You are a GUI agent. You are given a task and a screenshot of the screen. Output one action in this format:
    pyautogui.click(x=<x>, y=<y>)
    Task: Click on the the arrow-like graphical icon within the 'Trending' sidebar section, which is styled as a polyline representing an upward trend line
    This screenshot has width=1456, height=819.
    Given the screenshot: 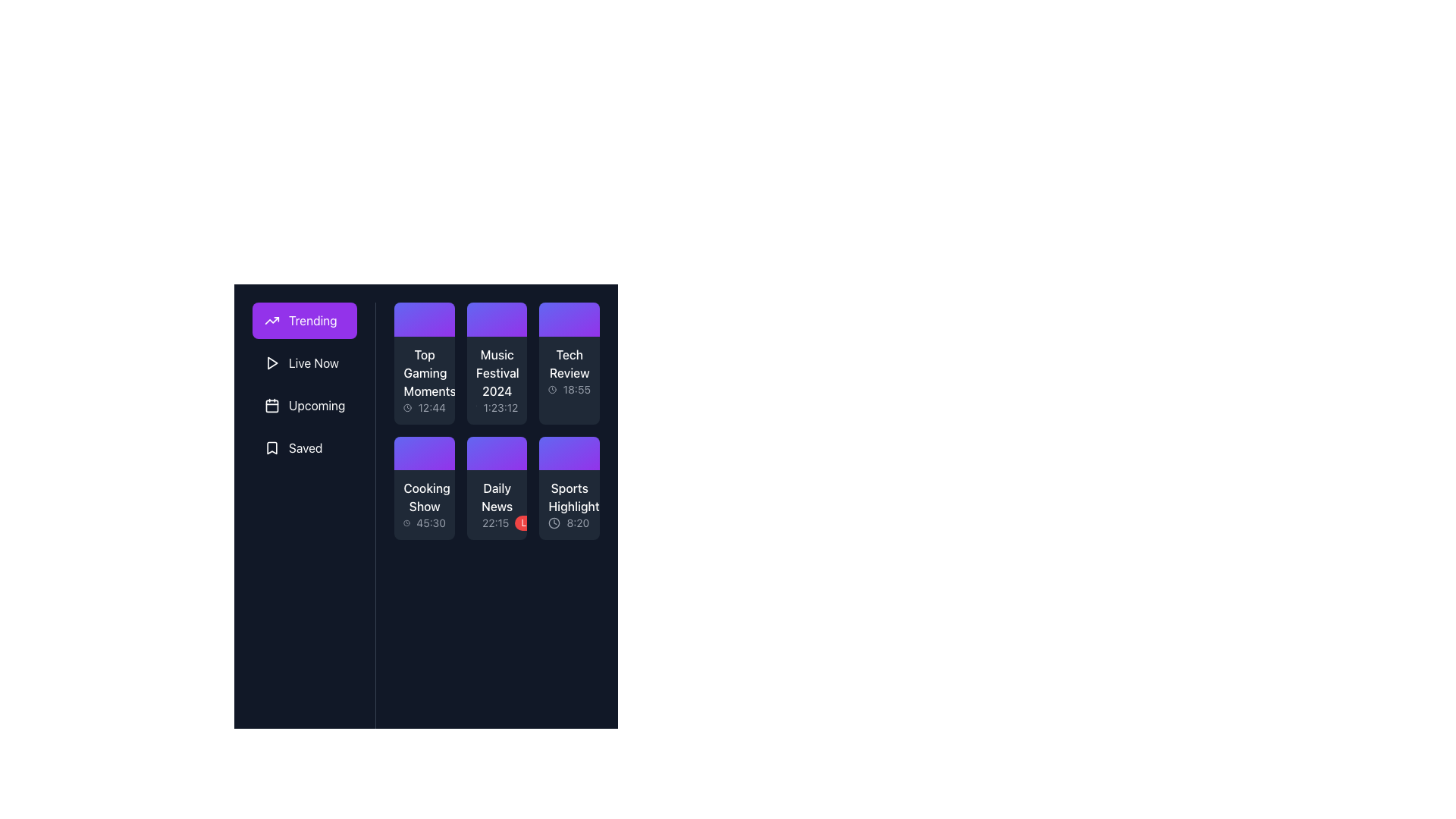 What is the action you would take?
    pyautogui.click(x=272, y=320)
    